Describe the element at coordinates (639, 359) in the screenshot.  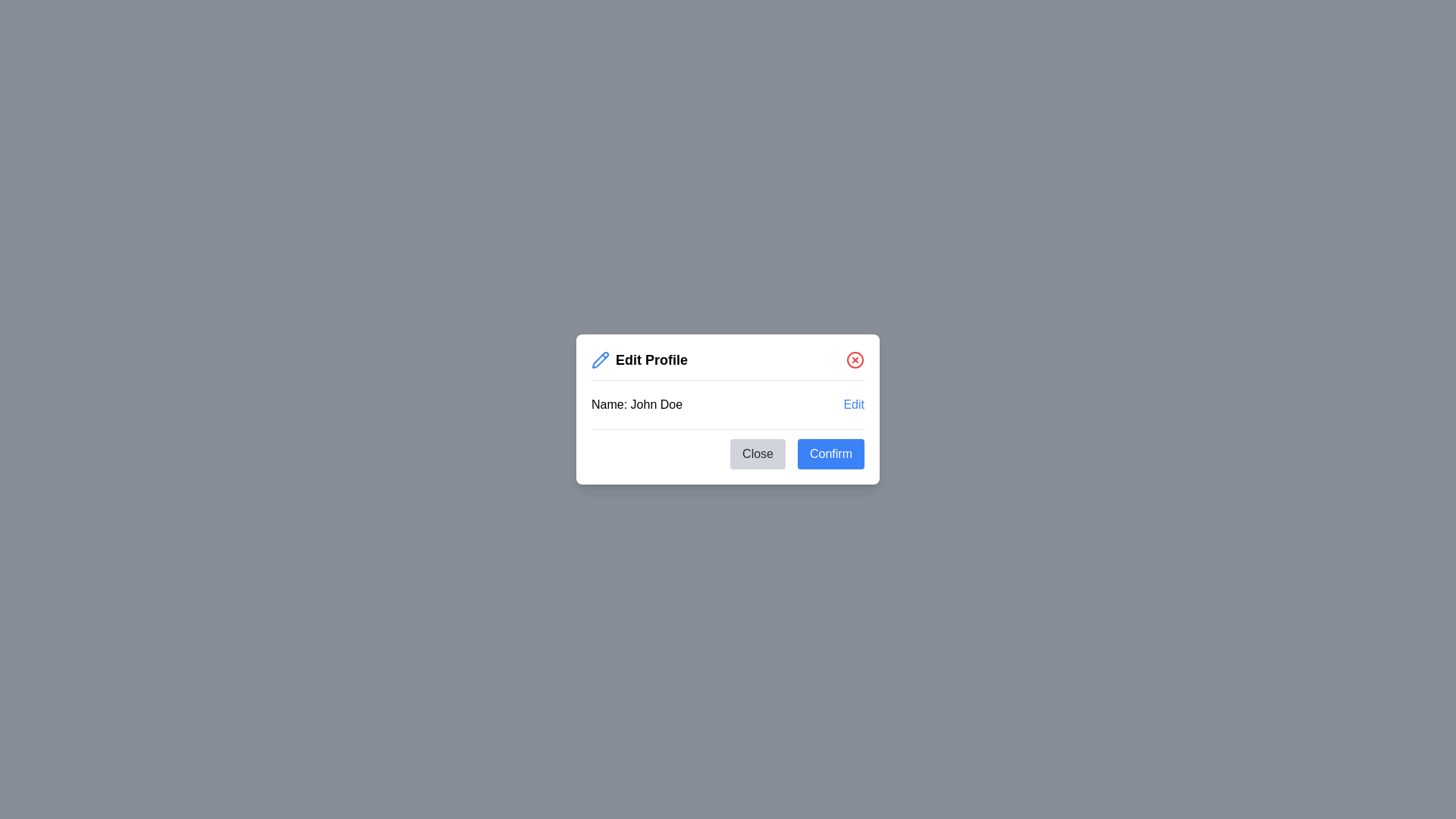
I see `prominently styled 'Edit Profile' header text with a blue pencil icon located at the top-left corner of the modal dialog box` at that location.